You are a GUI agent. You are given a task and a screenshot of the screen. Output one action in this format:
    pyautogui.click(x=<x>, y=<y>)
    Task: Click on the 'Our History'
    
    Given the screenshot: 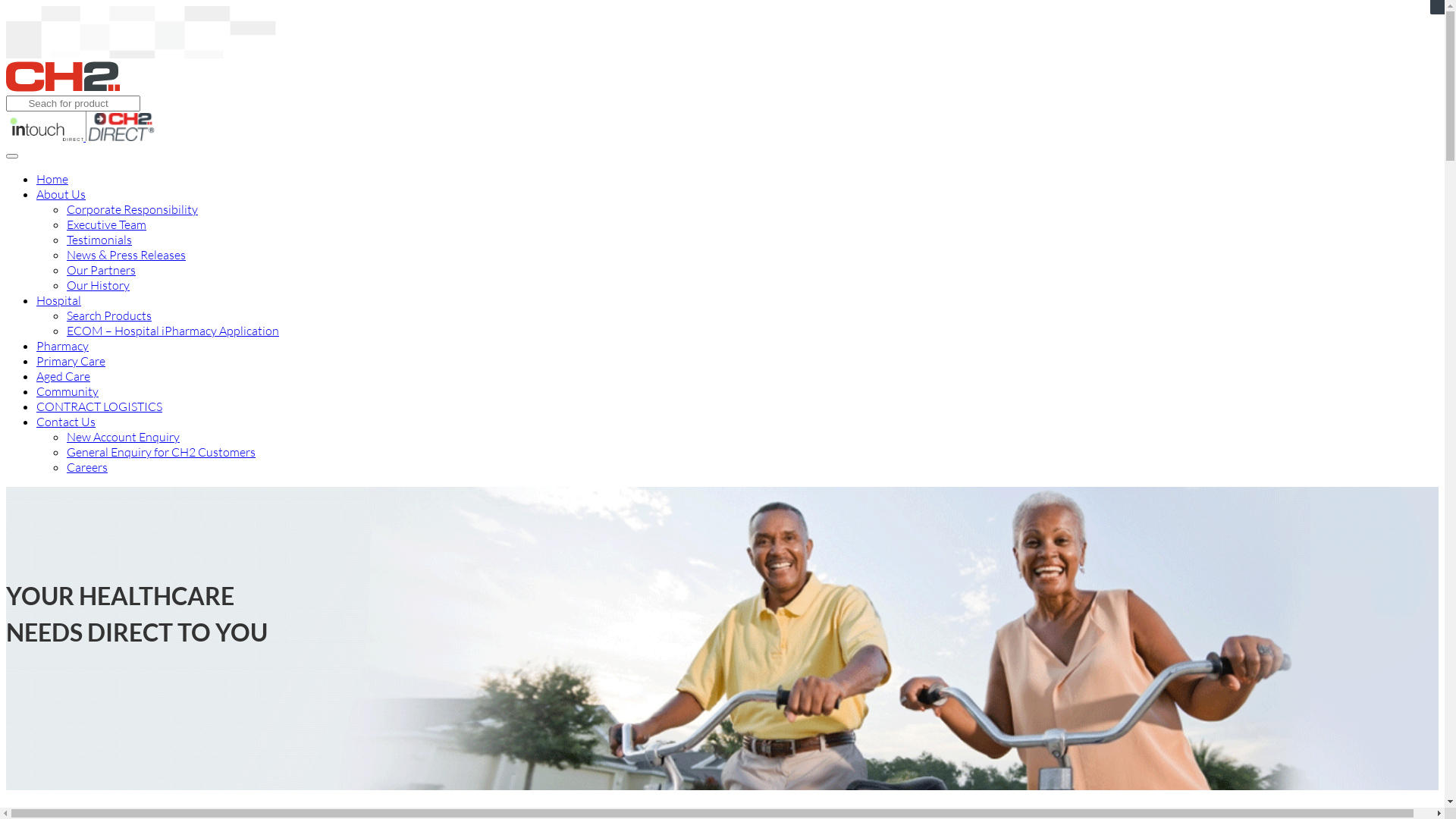 What is the action you would take?
    pyautogui.click(x=97, y=284)
    